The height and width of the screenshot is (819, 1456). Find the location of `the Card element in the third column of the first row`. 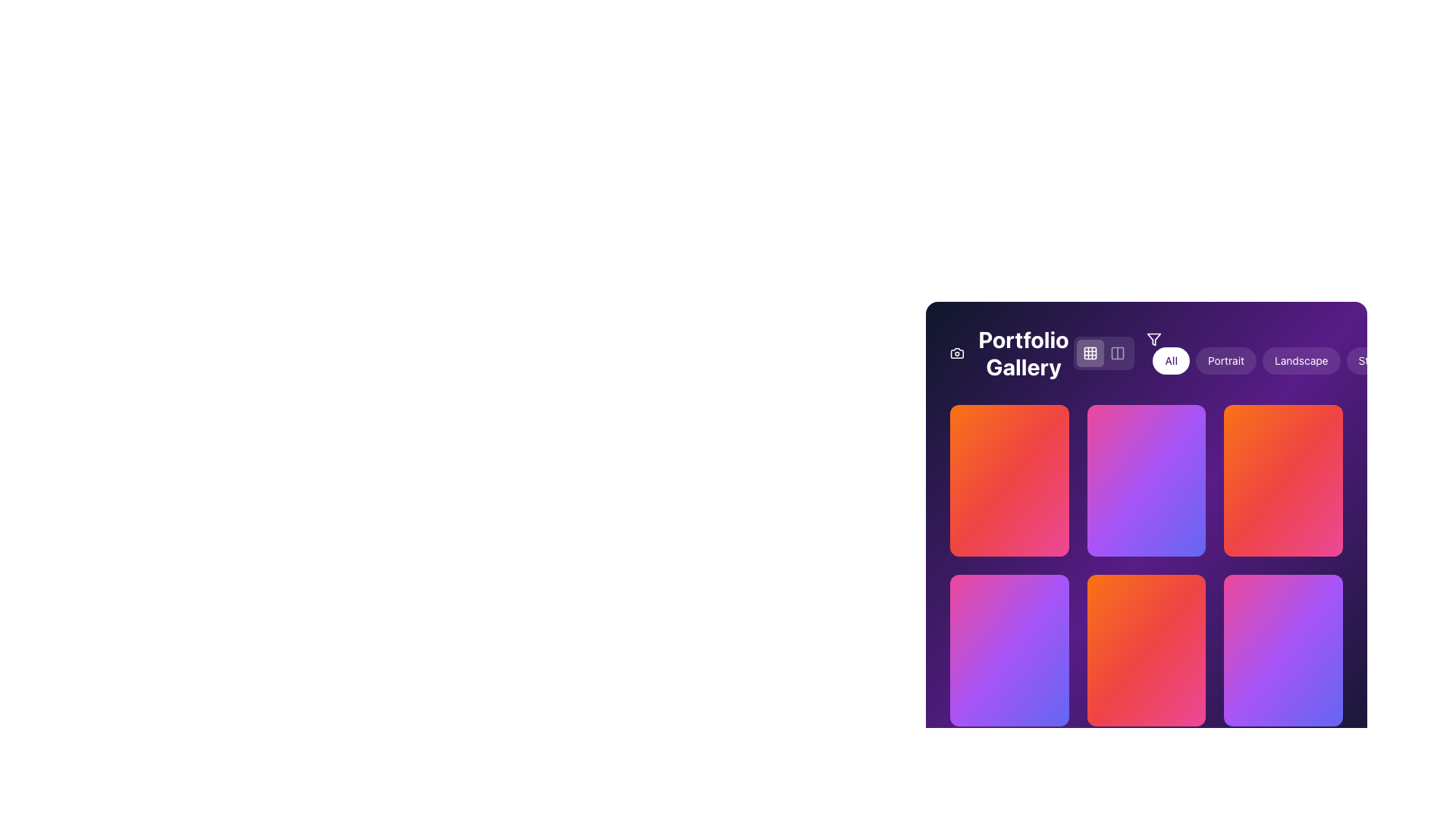

the Card element in the third column of the first row is located at coordinates (1282, 480).